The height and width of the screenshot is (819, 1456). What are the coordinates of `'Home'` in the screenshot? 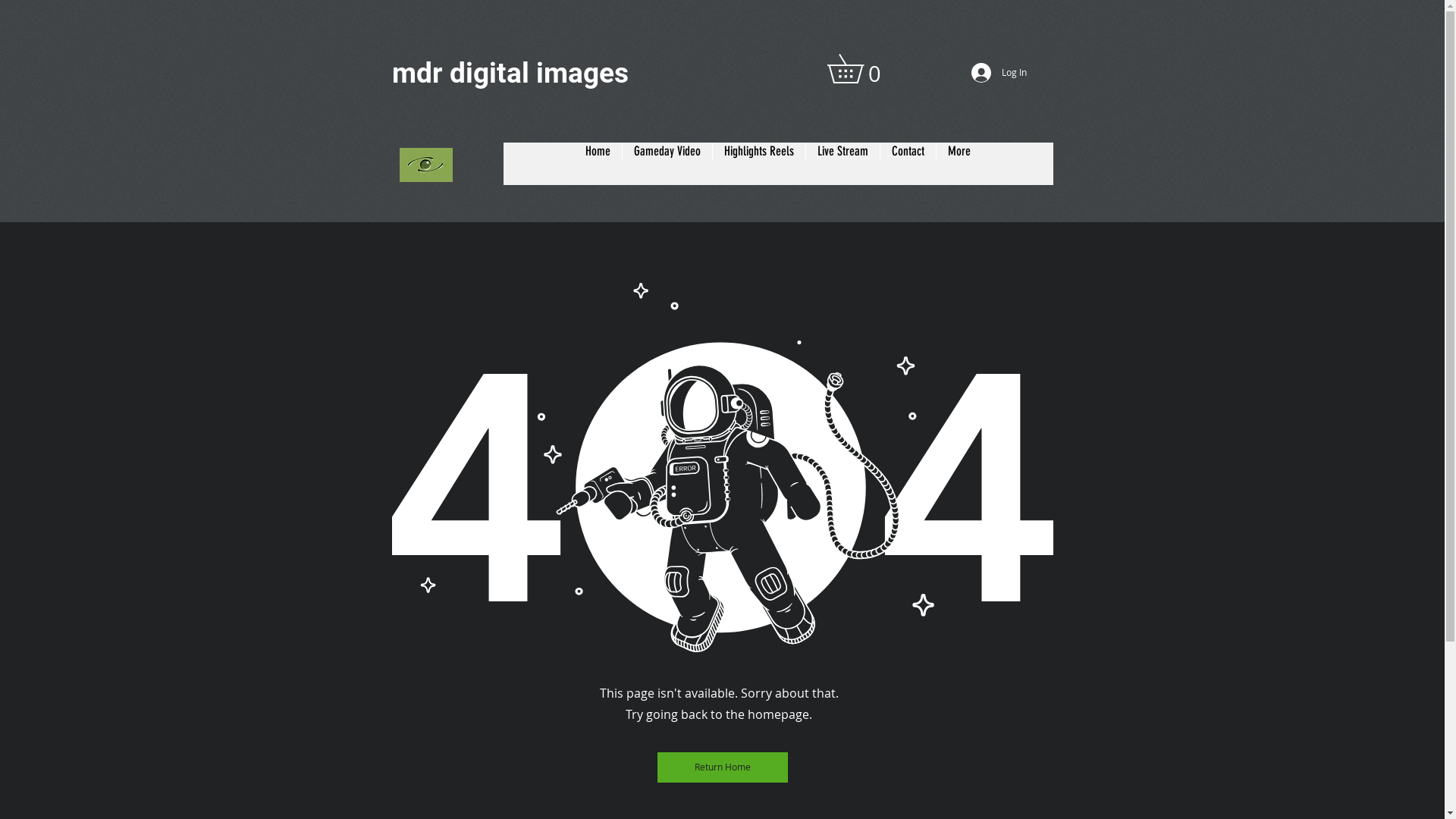 It's located at (597, 164).